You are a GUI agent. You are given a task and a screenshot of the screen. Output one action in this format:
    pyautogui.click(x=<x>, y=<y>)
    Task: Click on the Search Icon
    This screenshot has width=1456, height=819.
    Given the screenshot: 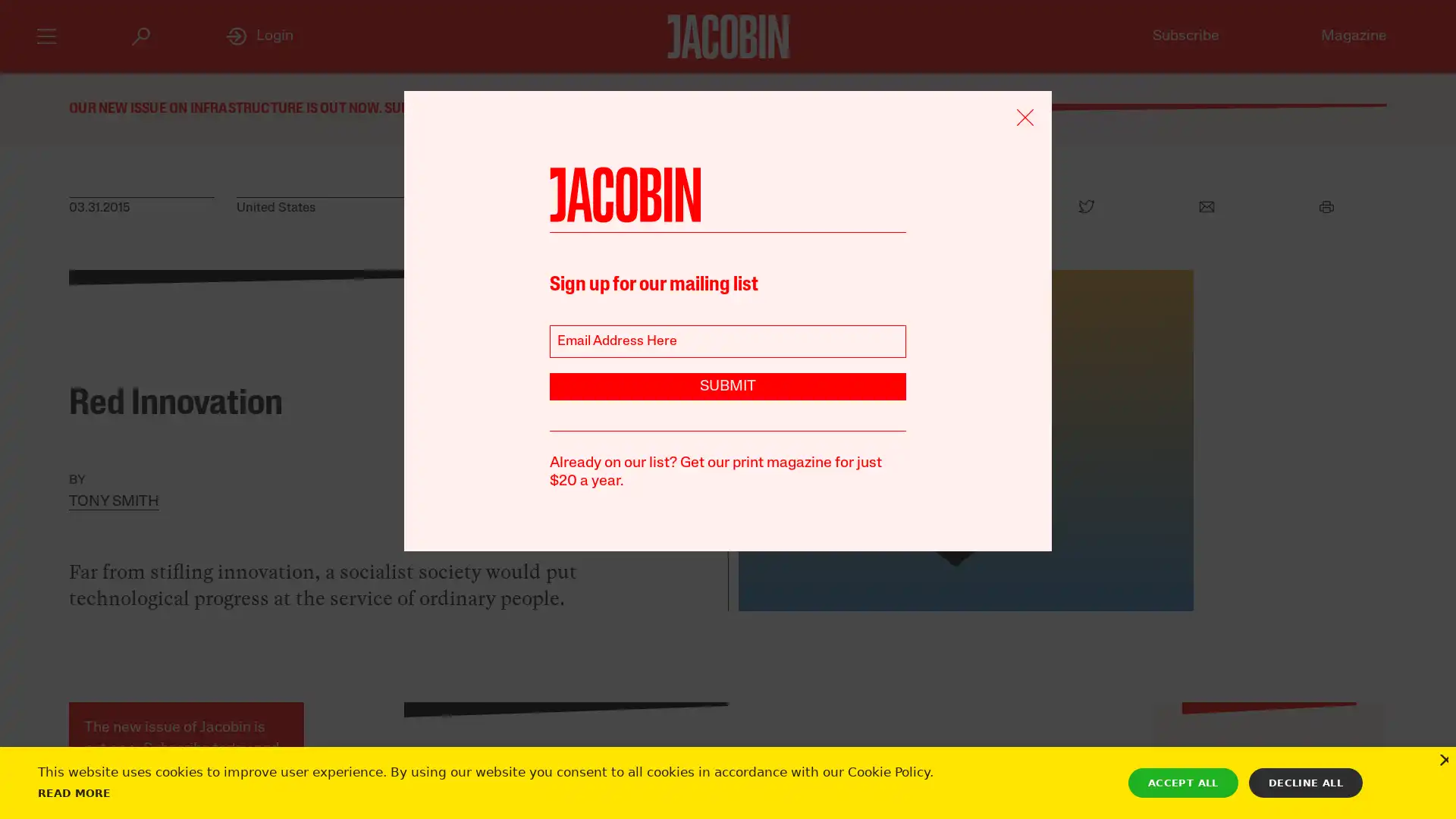 What is the action you would take?
    pyautogui.click(x=140, y=35)
    